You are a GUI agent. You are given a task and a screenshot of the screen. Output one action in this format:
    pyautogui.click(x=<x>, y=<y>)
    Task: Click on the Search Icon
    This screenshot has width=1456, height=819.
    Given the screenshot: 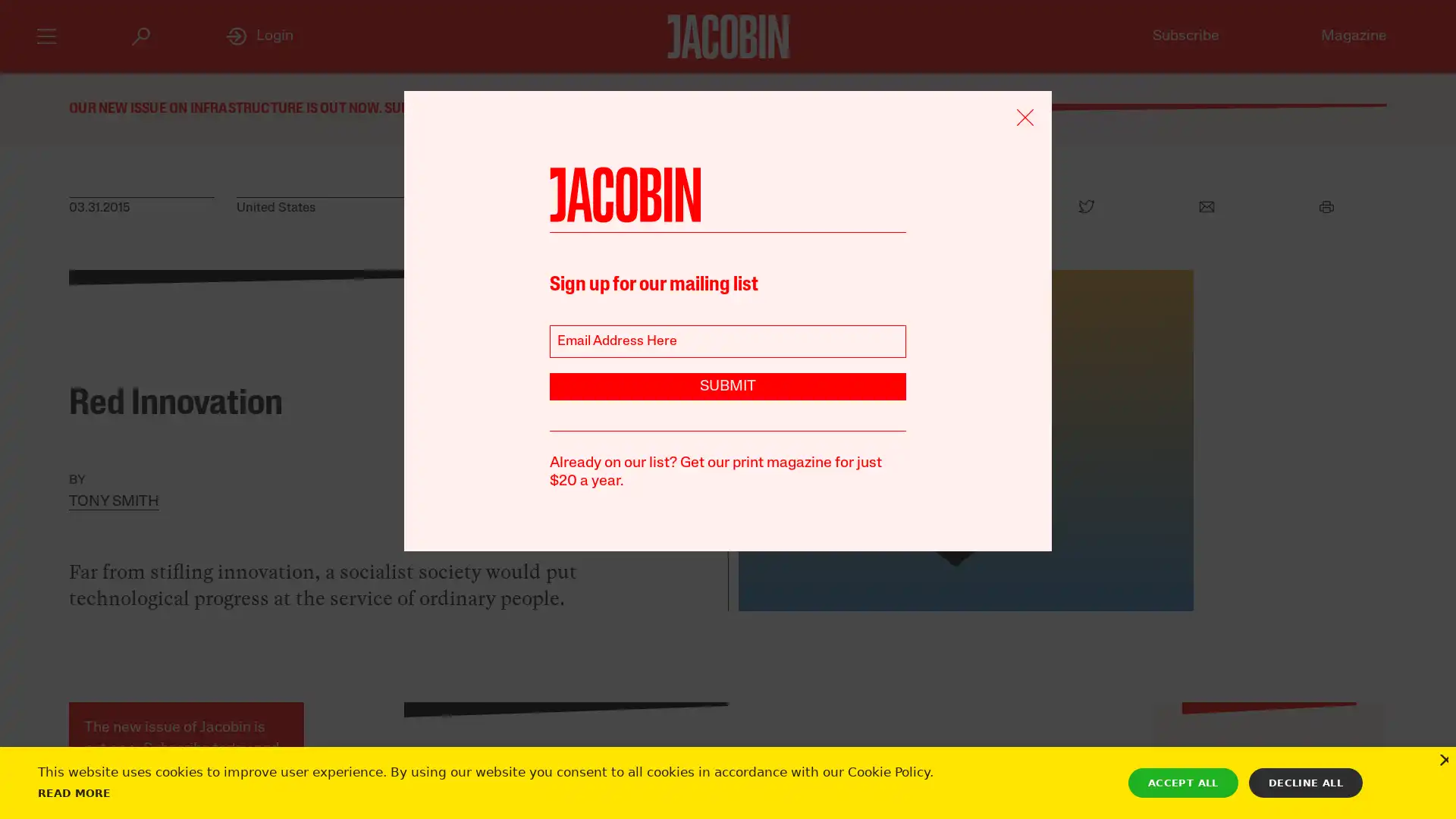 What is the action you would take?
    pyautogui.click(x=140, y=35)
    